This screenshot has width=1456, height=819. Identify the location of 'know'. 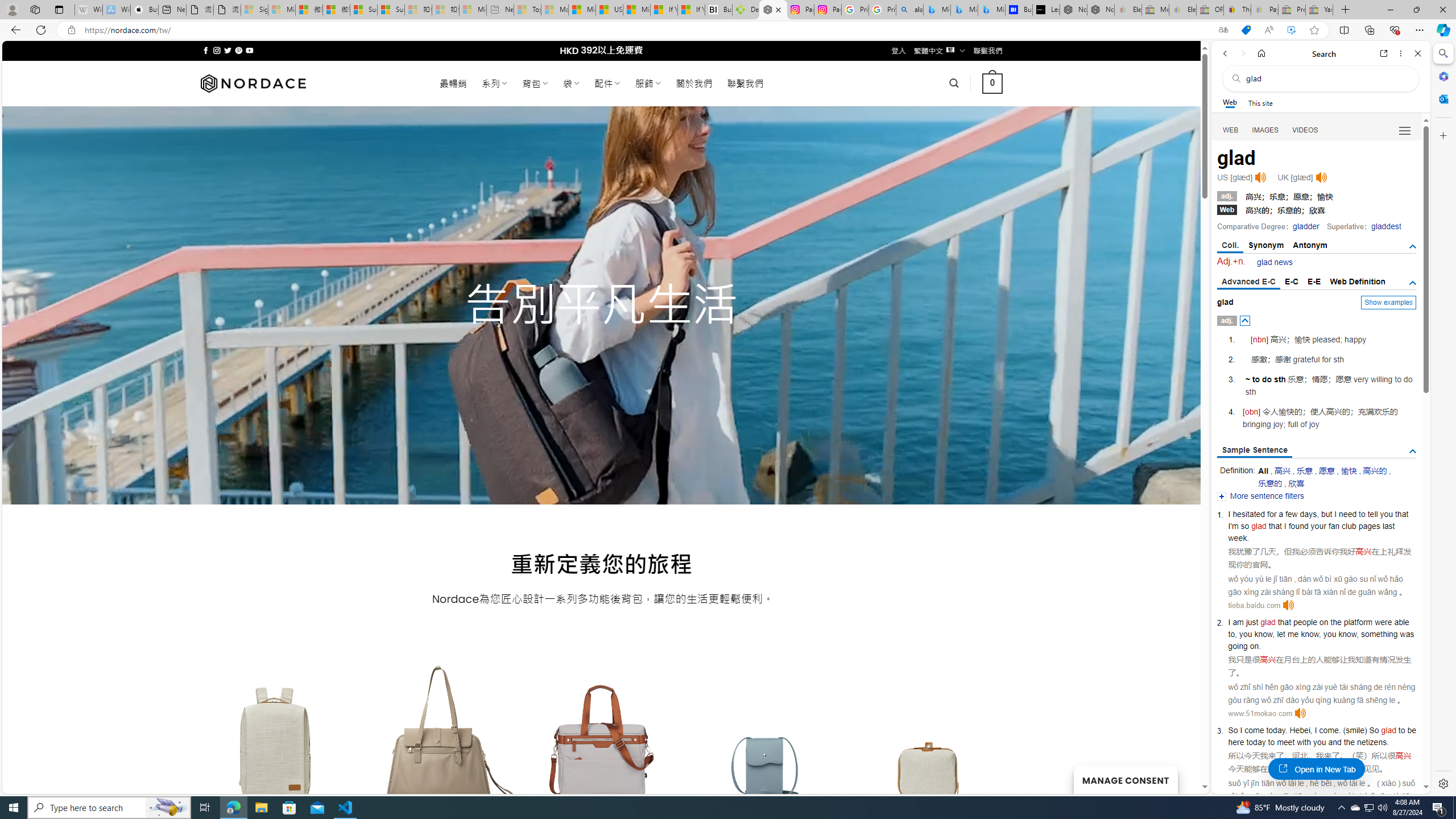
(1347, 634).